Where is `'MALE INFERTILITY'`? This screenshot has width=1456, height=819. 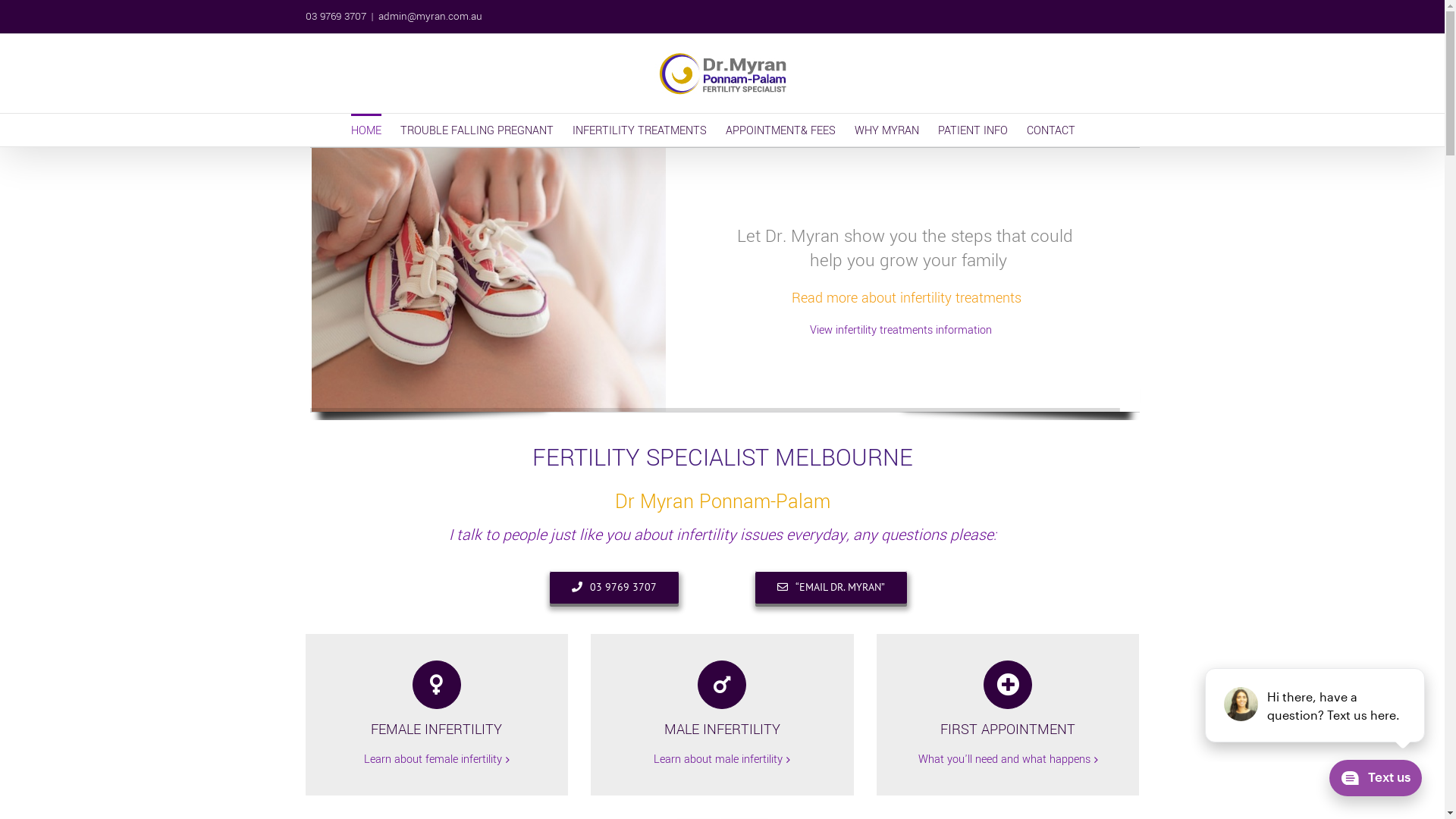
'MALE INFERTILITY' is located at coordinates (721, 699).